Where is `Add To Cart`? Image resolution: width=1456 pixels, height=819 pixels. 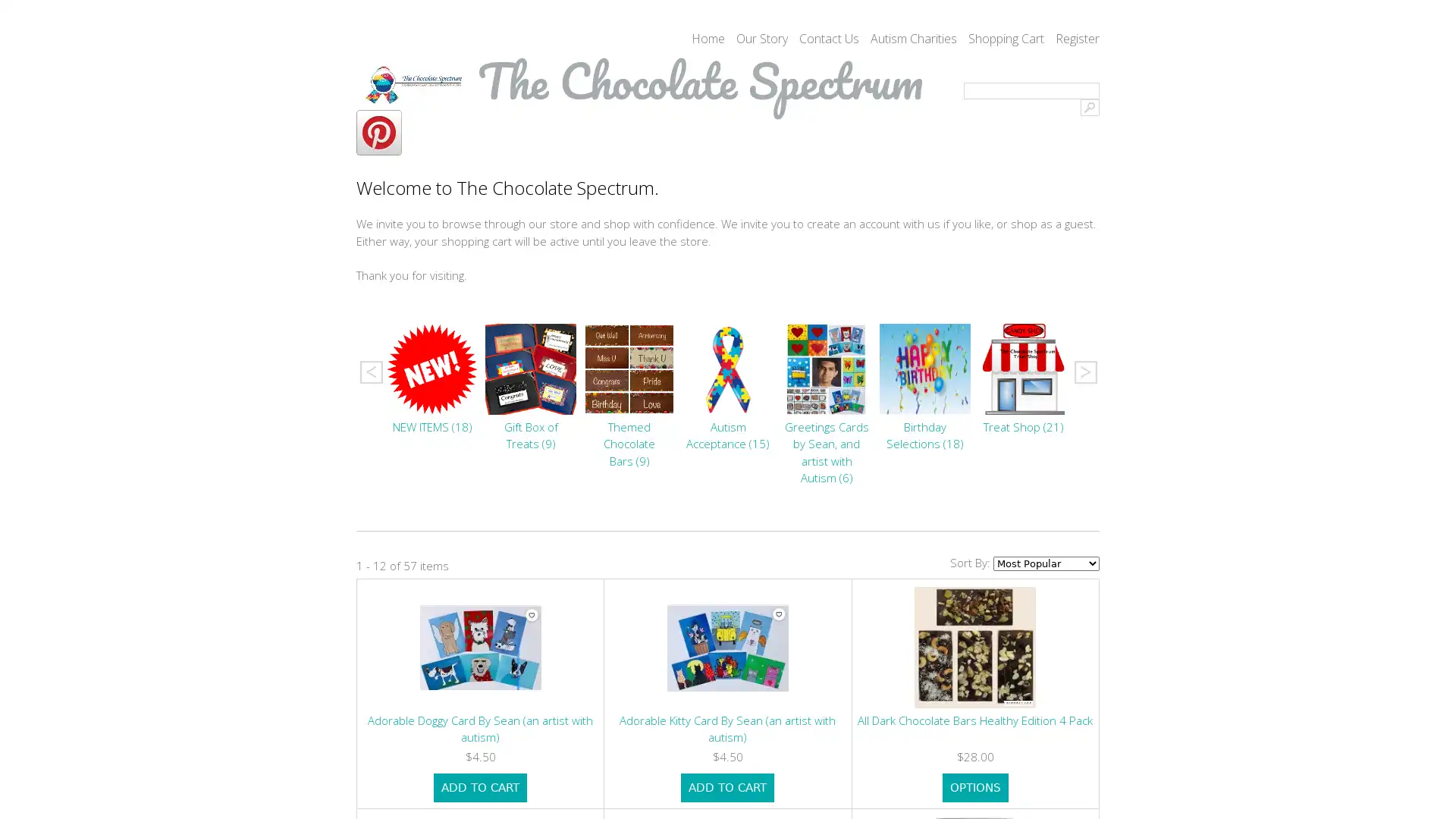 Add To Cart is located at coordinates (726, 786).